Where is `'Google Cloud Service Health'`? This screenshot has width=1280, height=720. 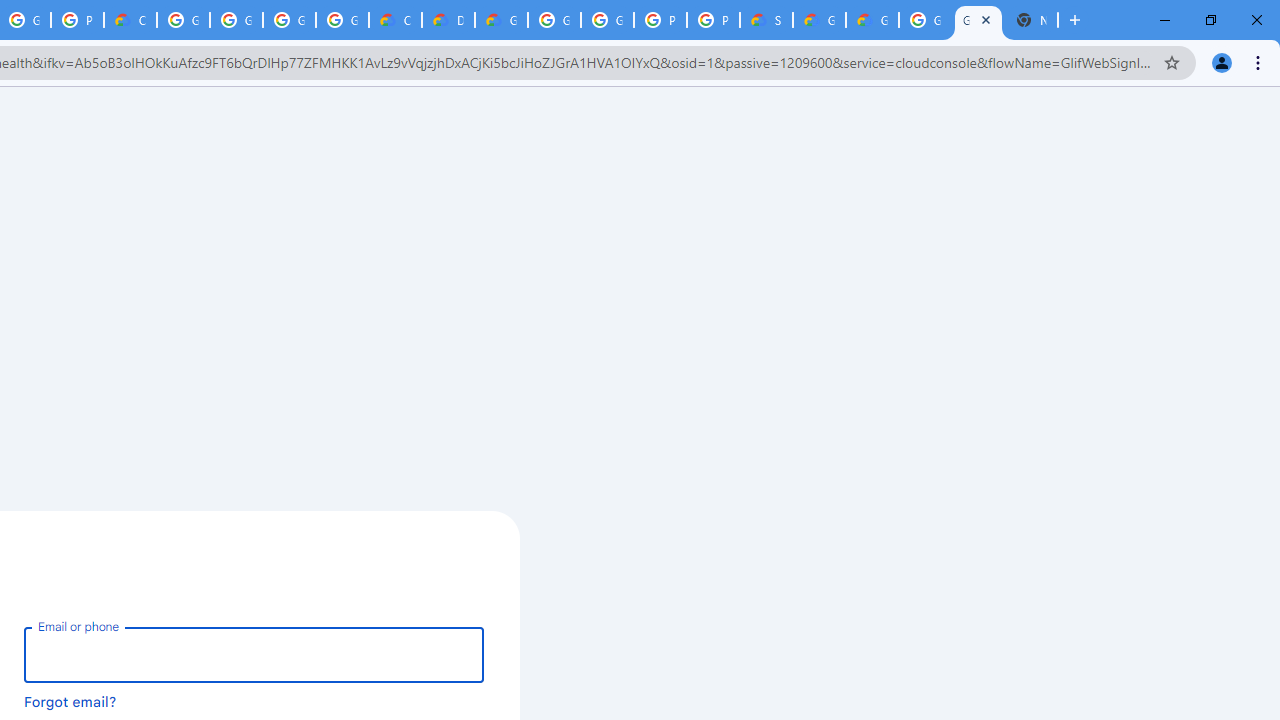 'Google Cloud Service Health' is located at coordinates (872, 20).